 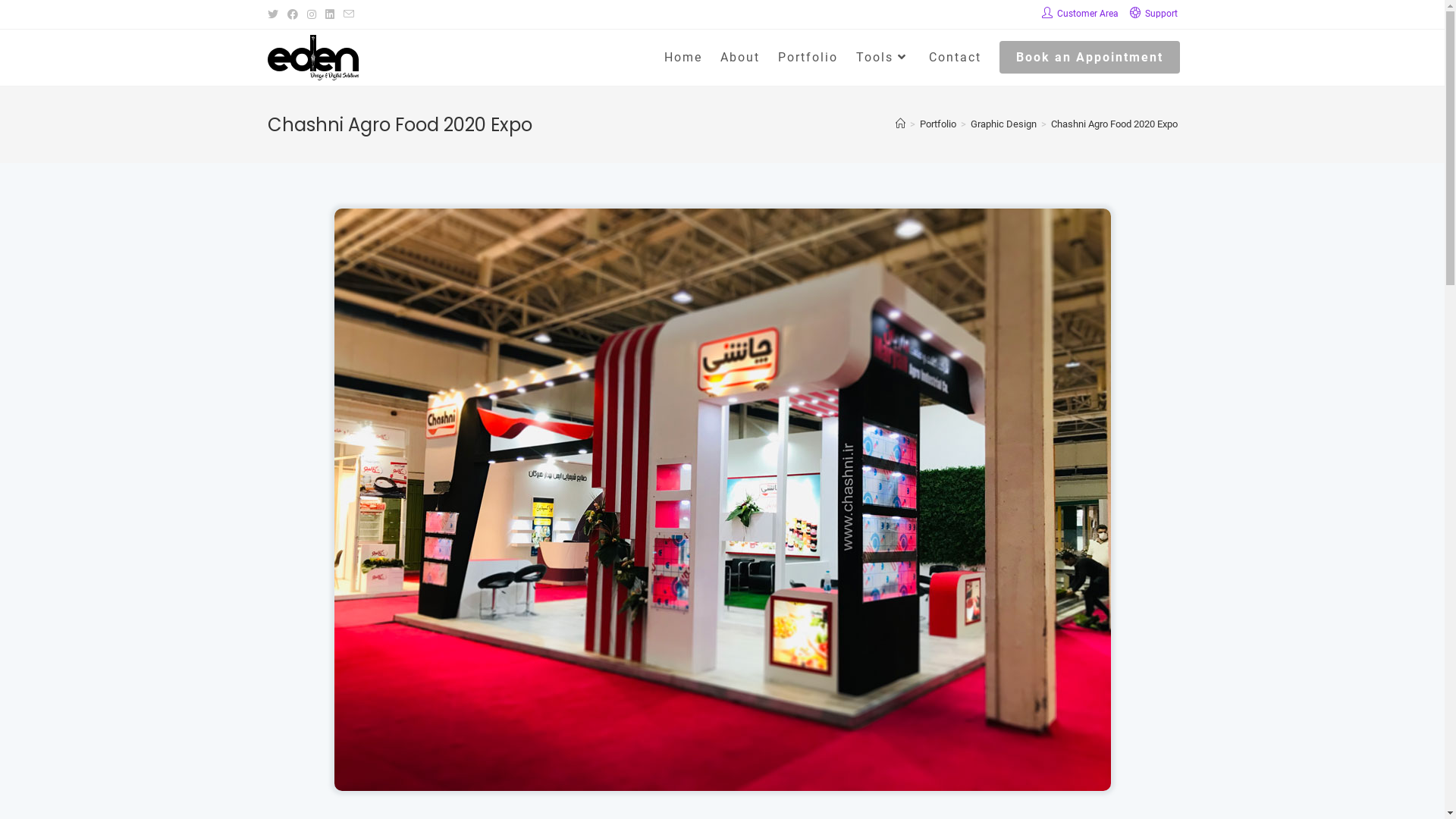 I want to click on 'ECommerce Design', so click(x=734, y=563).